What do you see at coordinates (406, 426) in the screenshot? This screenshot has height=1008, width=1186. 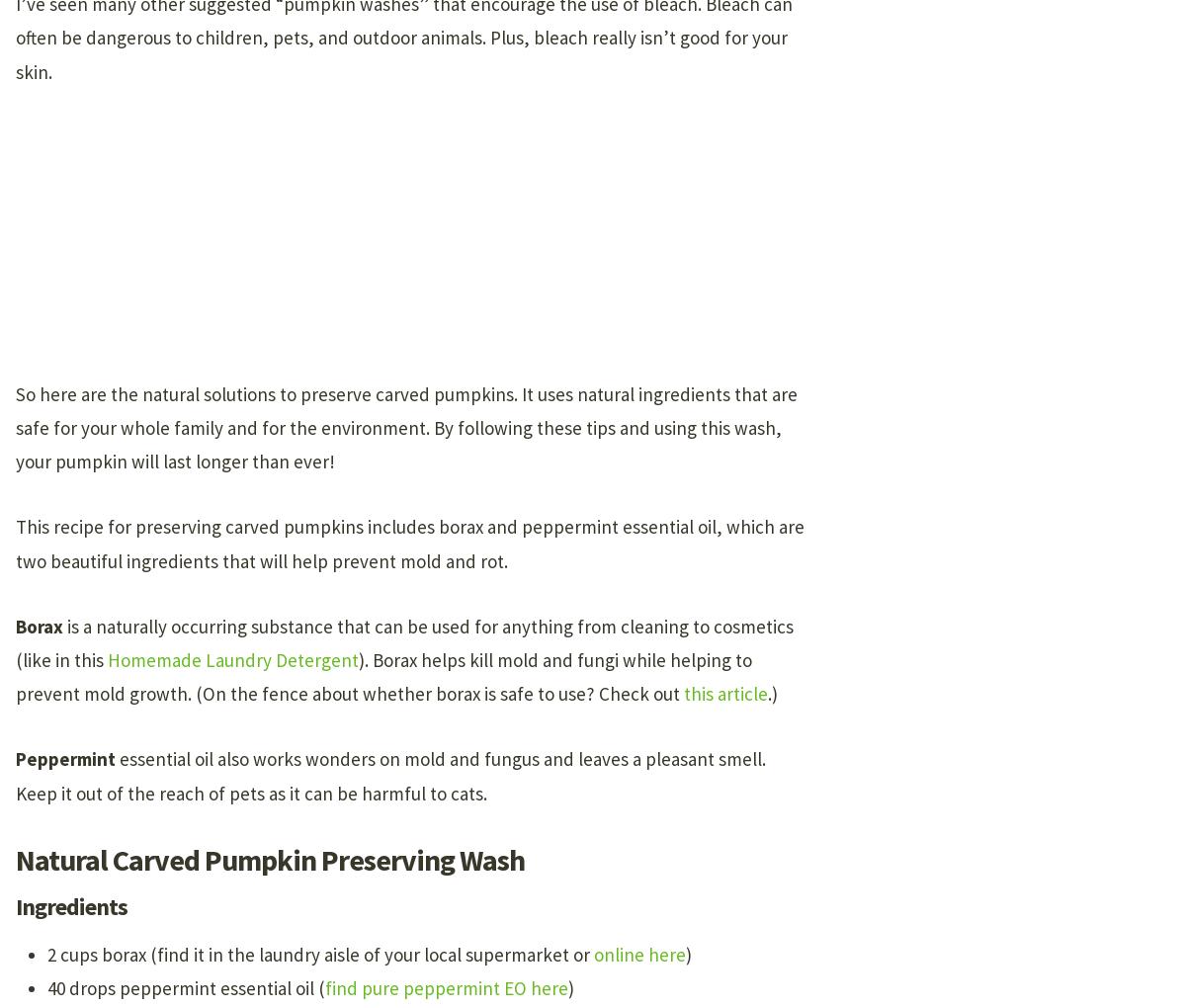 I see `'So here are the natural solutions to preserve carved pumpkins. It uses natural ingredients that are safe for your whole family and for the environment. By following these tips and using this wash, your pumpkin will last longer than ever!'` at bounding box center [406, 426].